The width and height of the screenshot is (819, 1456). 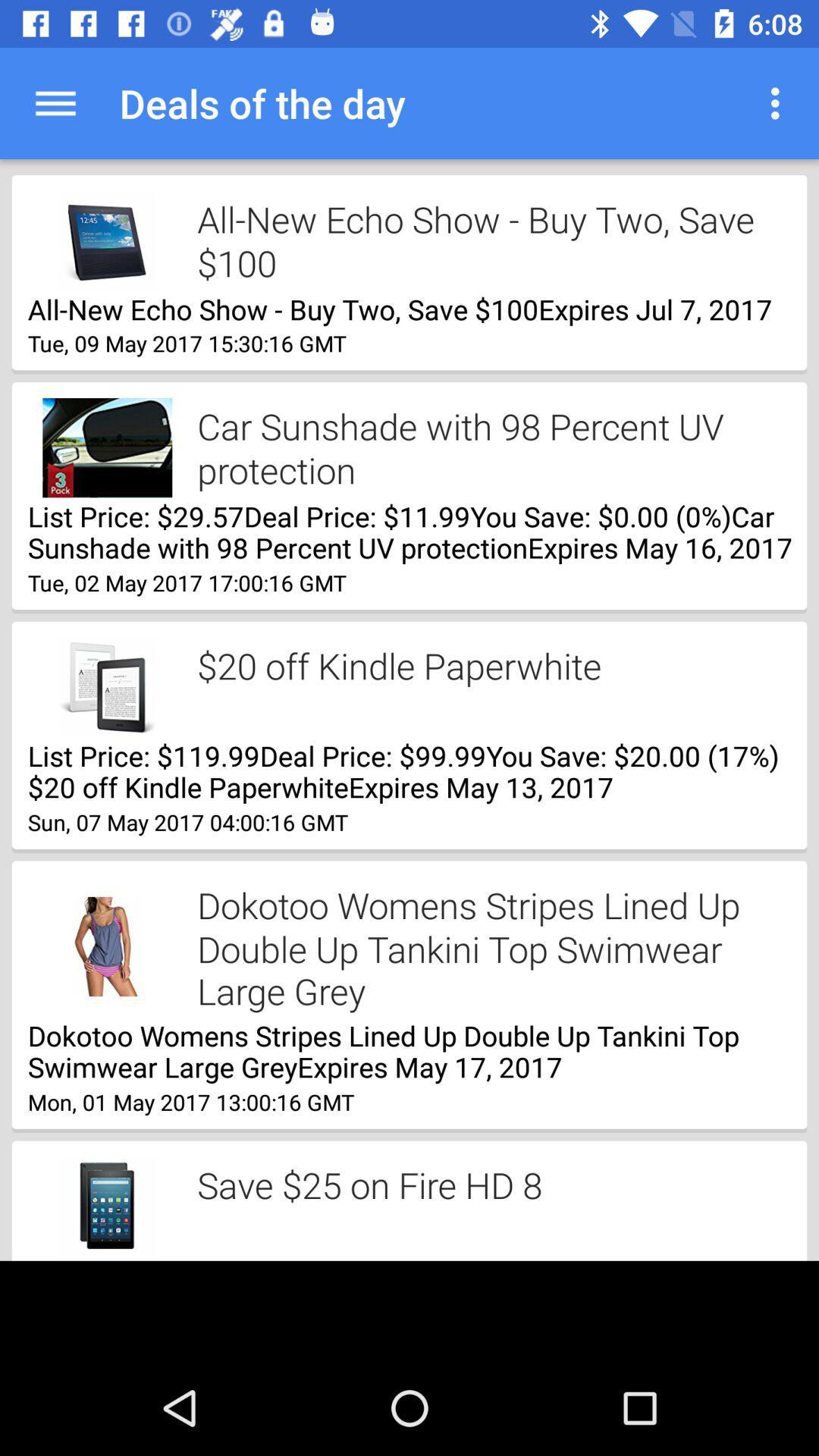 What do you see at coordinates (107, 946) in the screenshot?
I see `the second image from down` at bounding box center [107, 946].